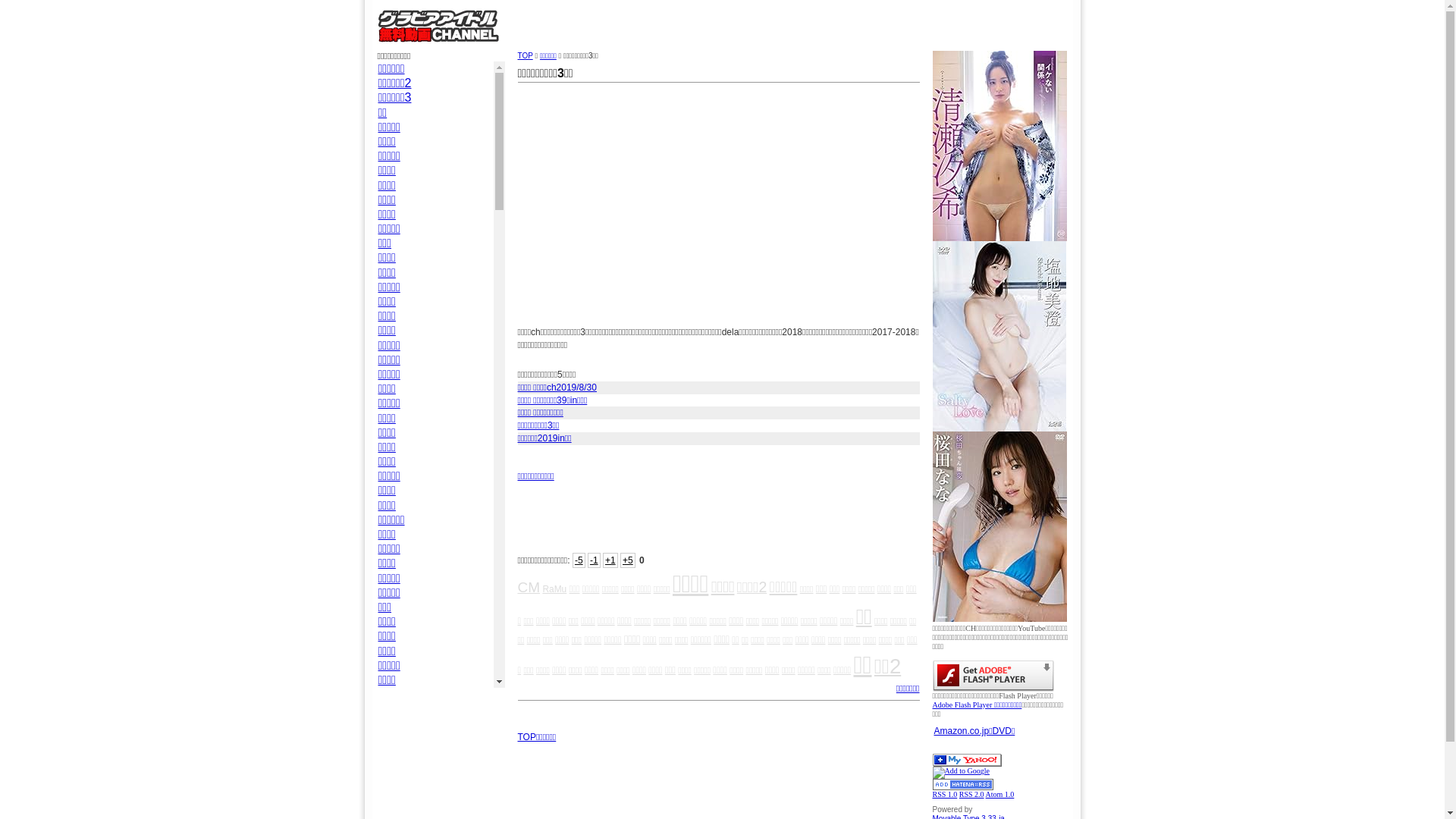  I want to click on '+5', so click(628, 560).